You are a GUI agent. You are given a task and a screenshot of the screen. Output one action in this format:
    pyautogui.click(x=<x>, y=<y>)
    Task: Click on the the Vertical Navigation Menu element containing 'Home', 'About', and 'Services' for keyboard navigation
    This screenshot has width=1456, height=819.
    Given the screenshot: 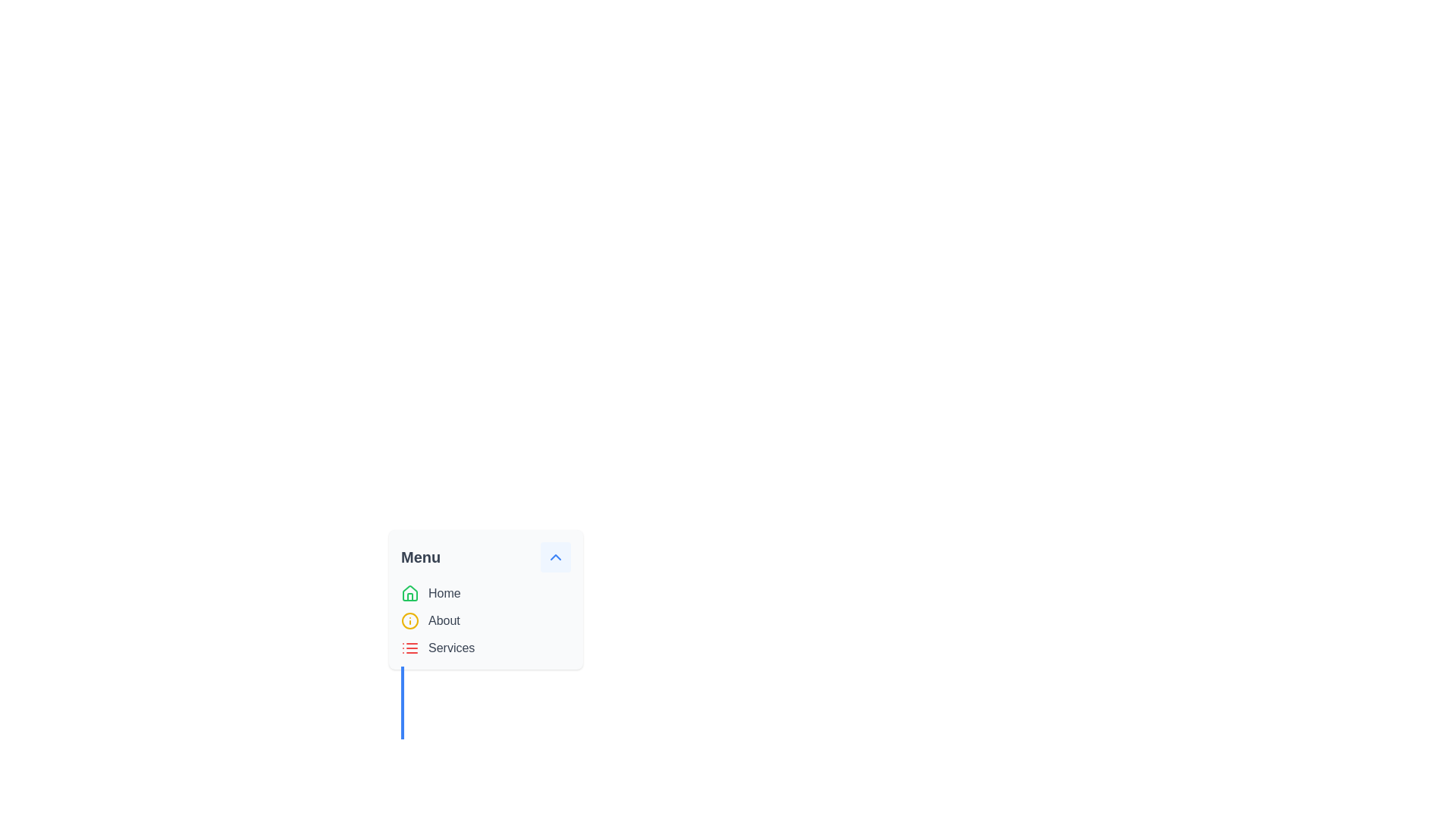 What is the action you would take?
    pyautogui.click(x=486, y=620)
    